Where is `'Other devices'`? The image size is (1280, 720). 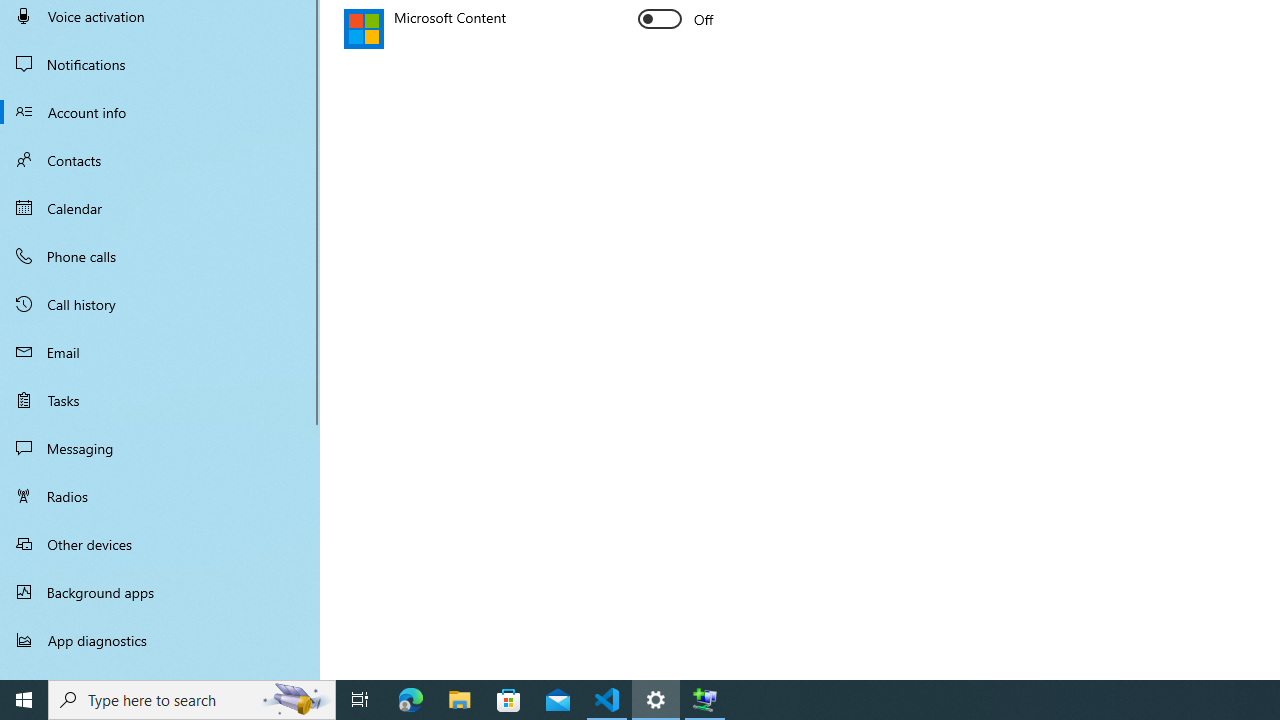
'Other devices' is located at coordinates (160, 543).